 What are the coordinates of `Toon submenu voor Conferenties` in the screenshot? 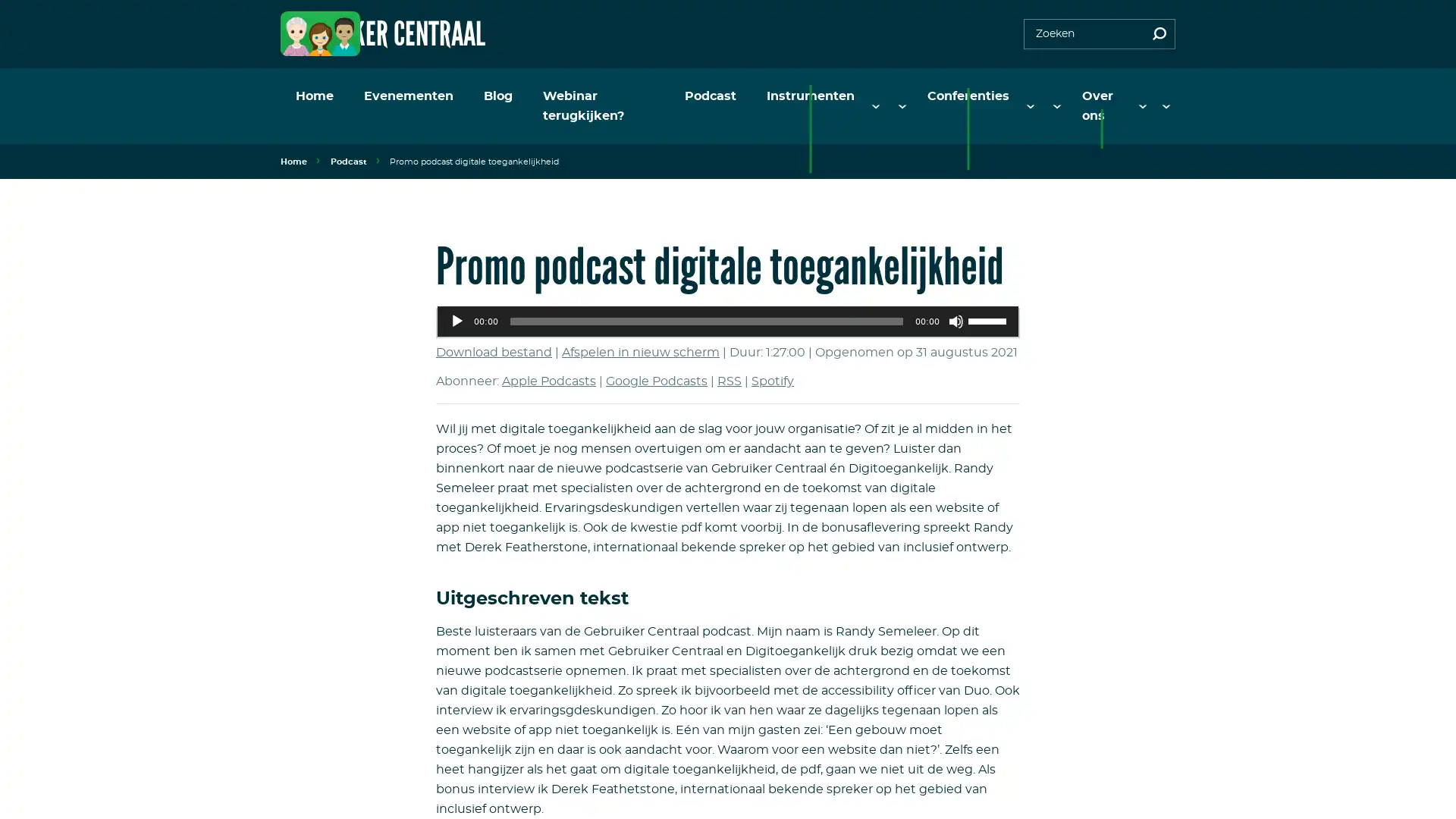 It's located at (1037, 96).